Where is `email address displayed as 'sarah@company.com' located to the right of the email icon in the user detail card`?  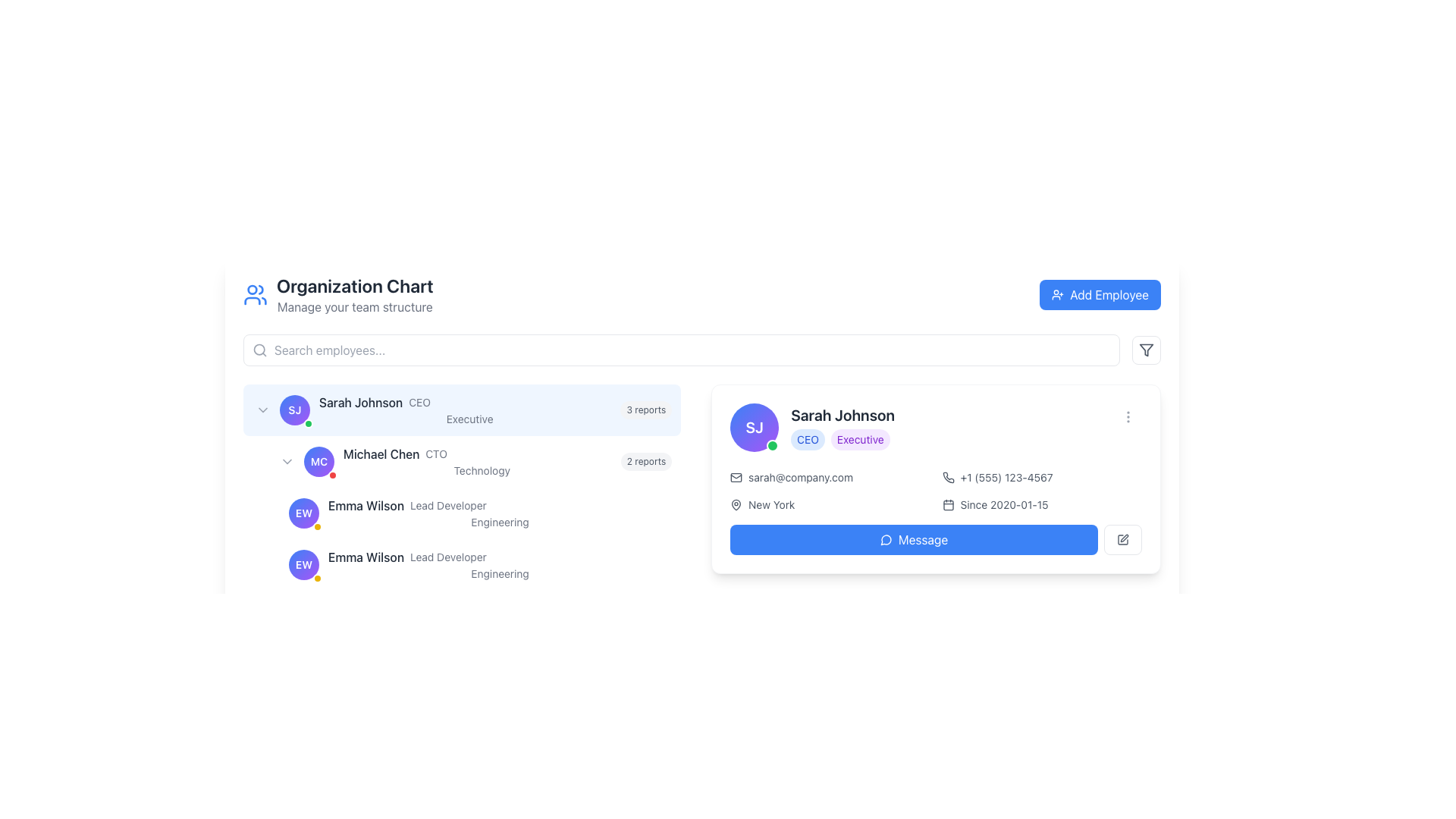
email address displayed as 'sarah@company.com' located to the right of the email icon in the user detail card is located at coordinates (800, 476).